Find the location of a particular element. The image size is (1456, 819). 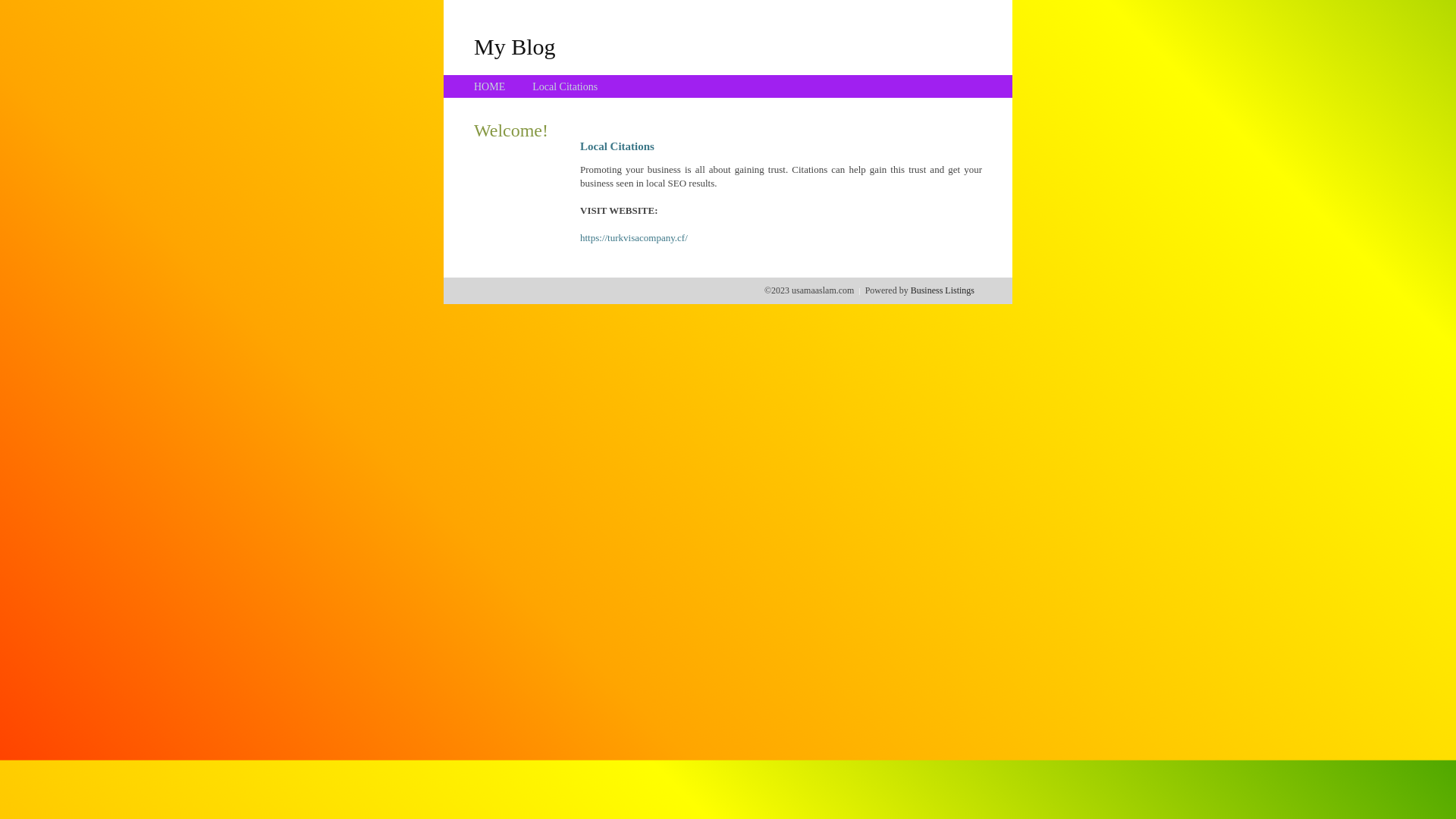

'Local Citations' is located at coordinates (563, 86).